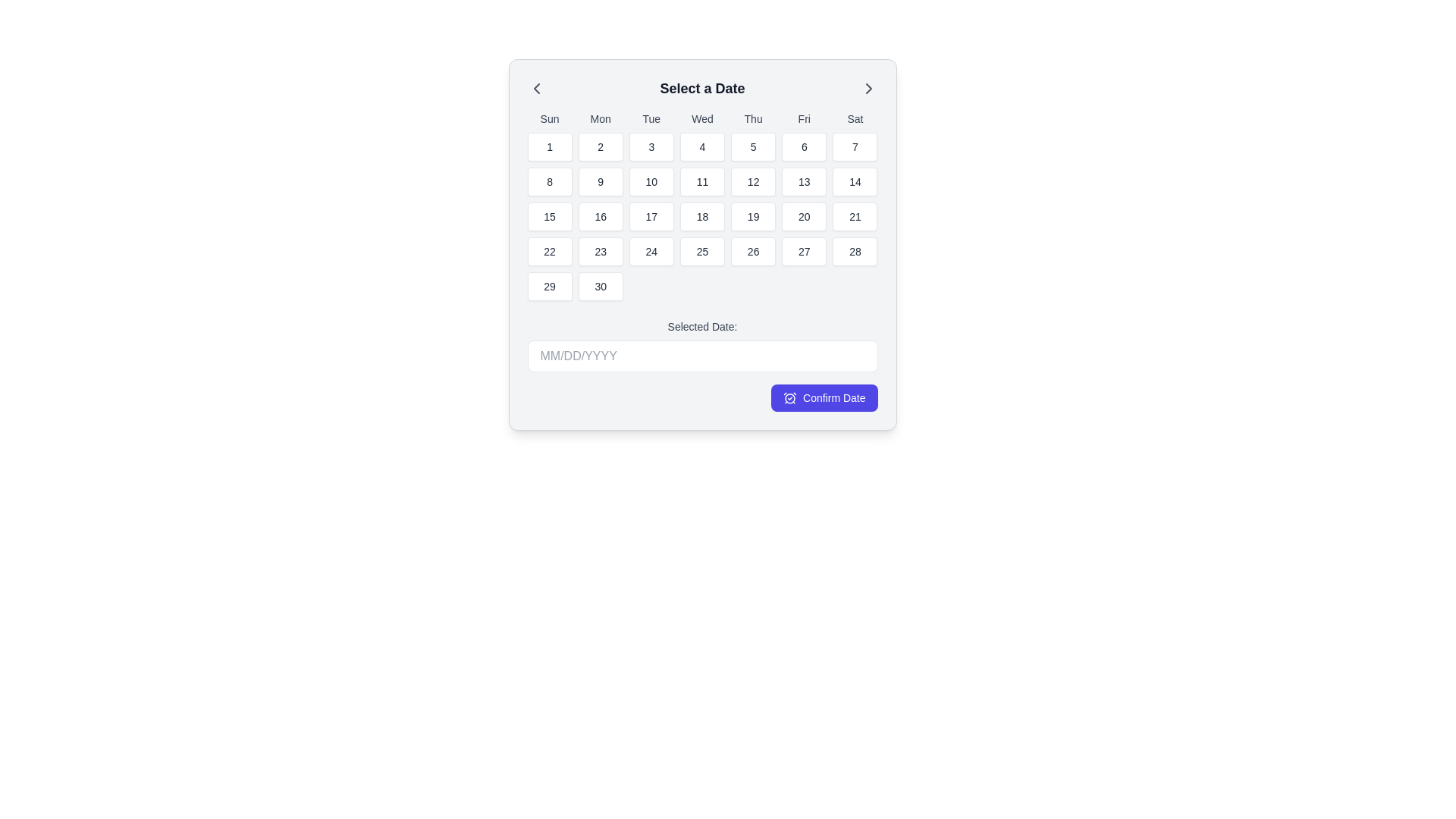 This screenshot has width=1456, height=819. I want to click on the button, so click(600, 180).